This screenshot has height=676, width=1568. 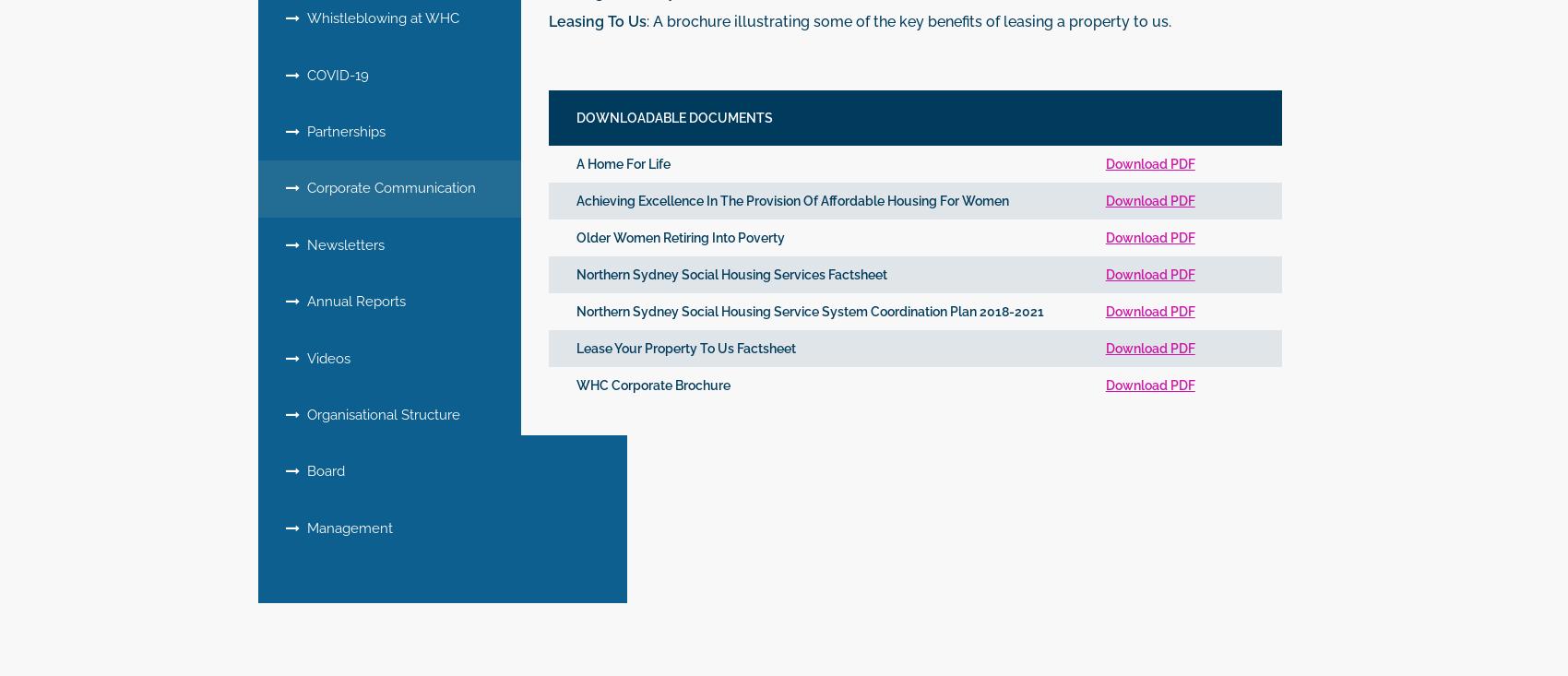 I want to click on 'Annual Reports', so click(x=351, y=300).